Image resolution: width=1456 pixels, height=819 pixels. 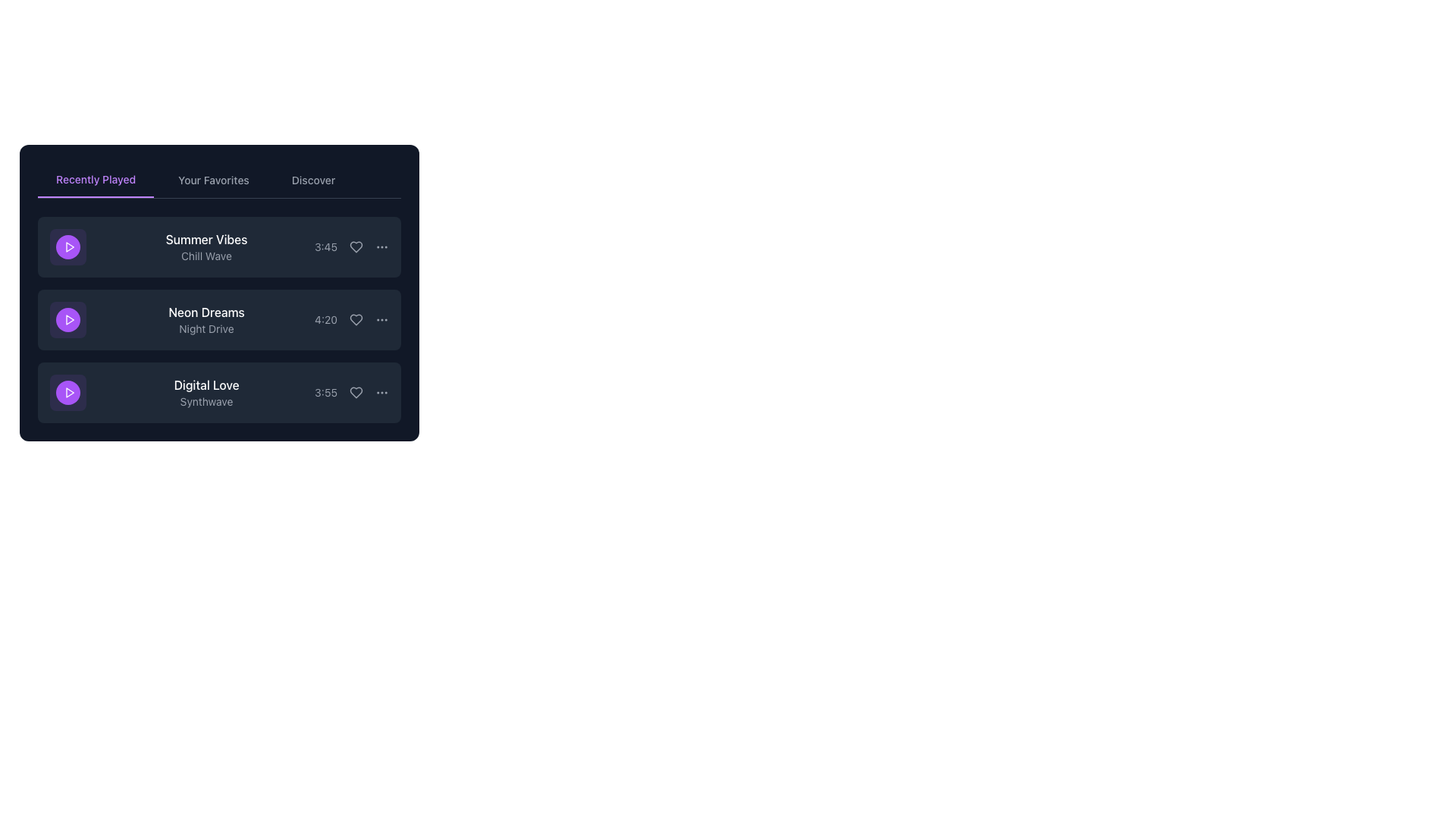 What do you see at coordinates (218, 180) in the screenshot?
I see `the 'Your Favorites' tab in the navigation bar` at bounding box center [218, 180].